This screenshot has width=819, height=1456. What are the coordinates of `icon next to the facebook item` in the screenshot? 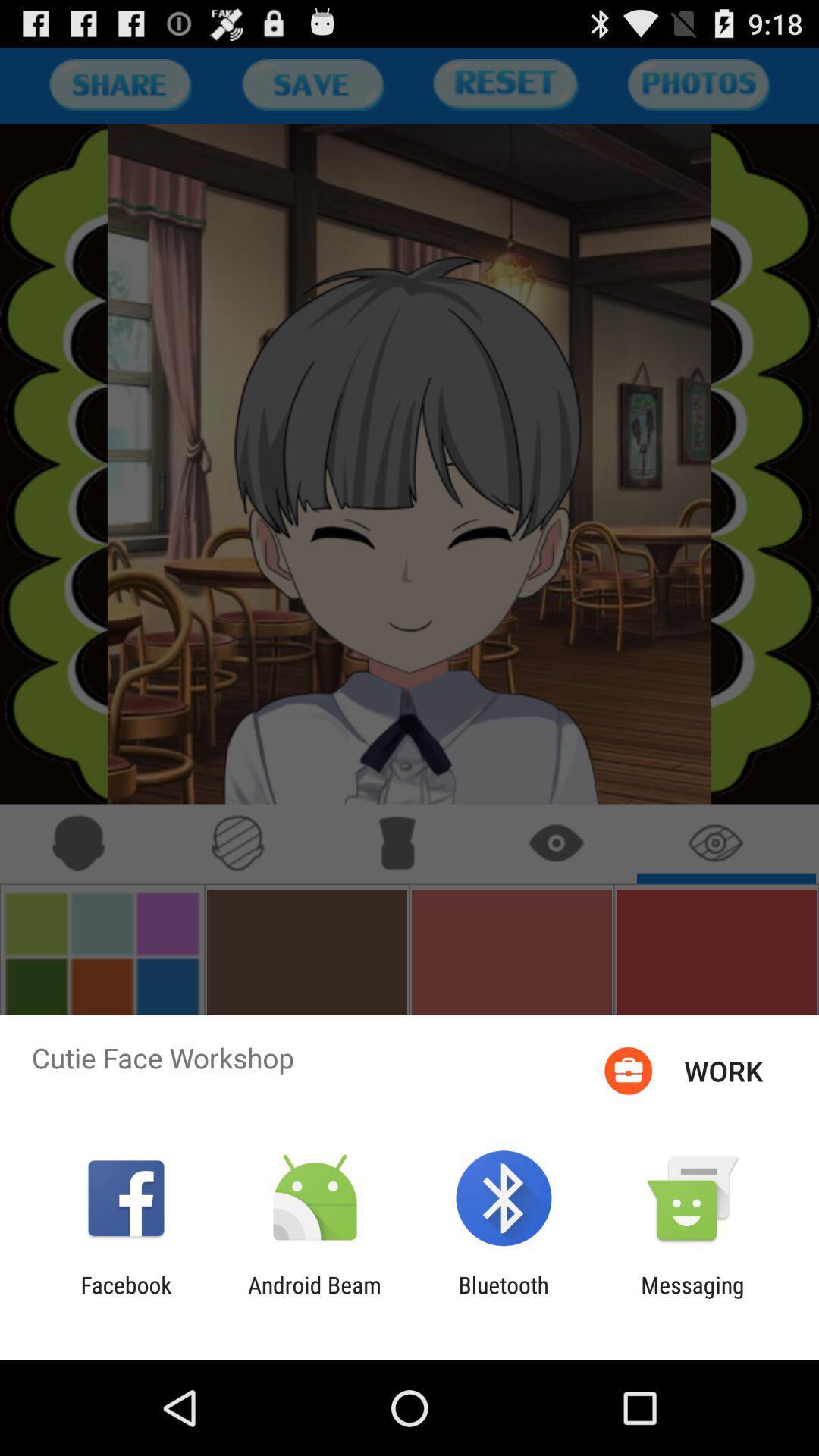 It's located at (314, 1298).